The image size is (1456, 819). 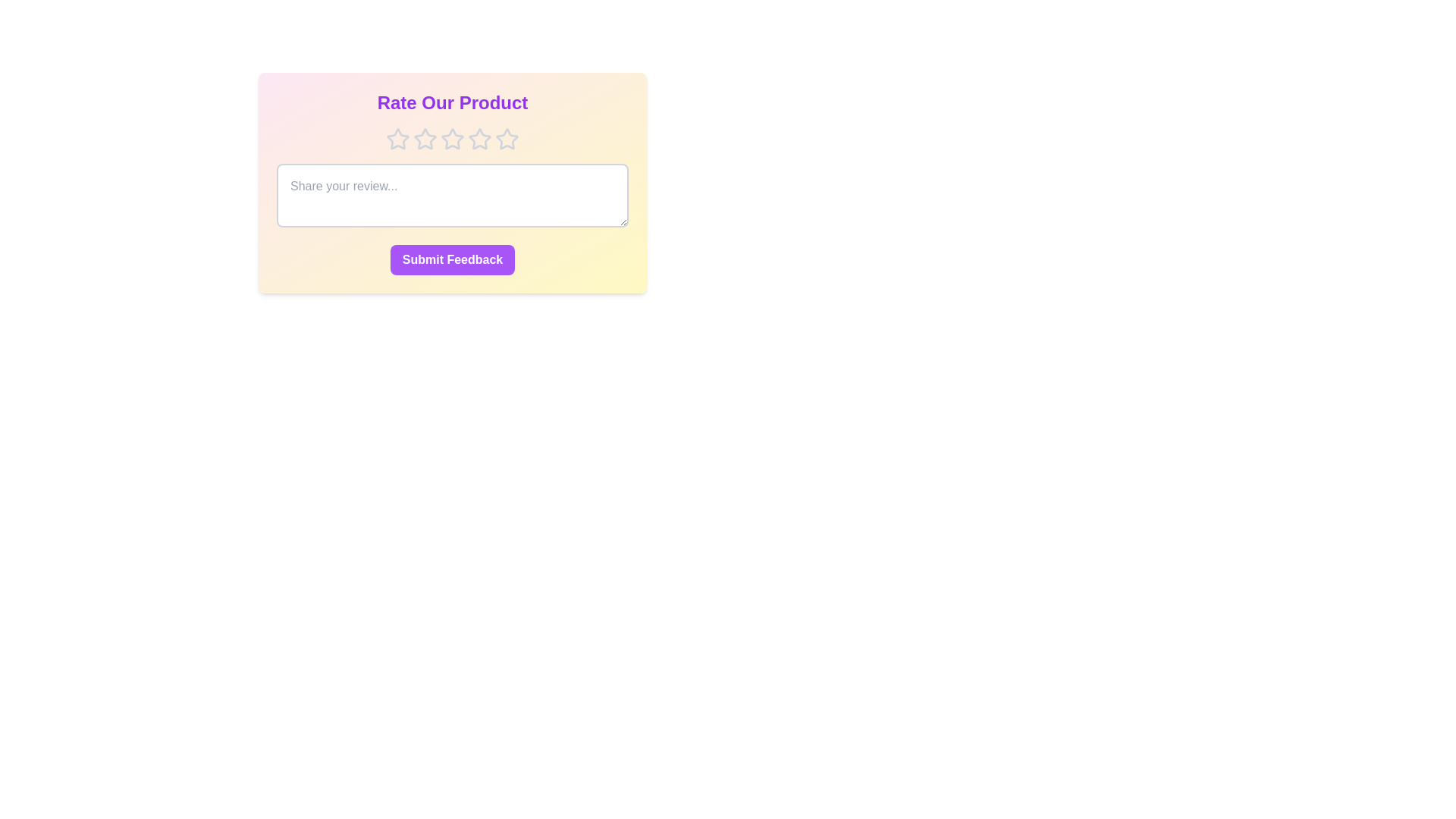 What do you see at coordinates (451, 259) in the screenshot?
I see `the Submit Feedback button to submit the feedback` at bounding box center [451, 259].